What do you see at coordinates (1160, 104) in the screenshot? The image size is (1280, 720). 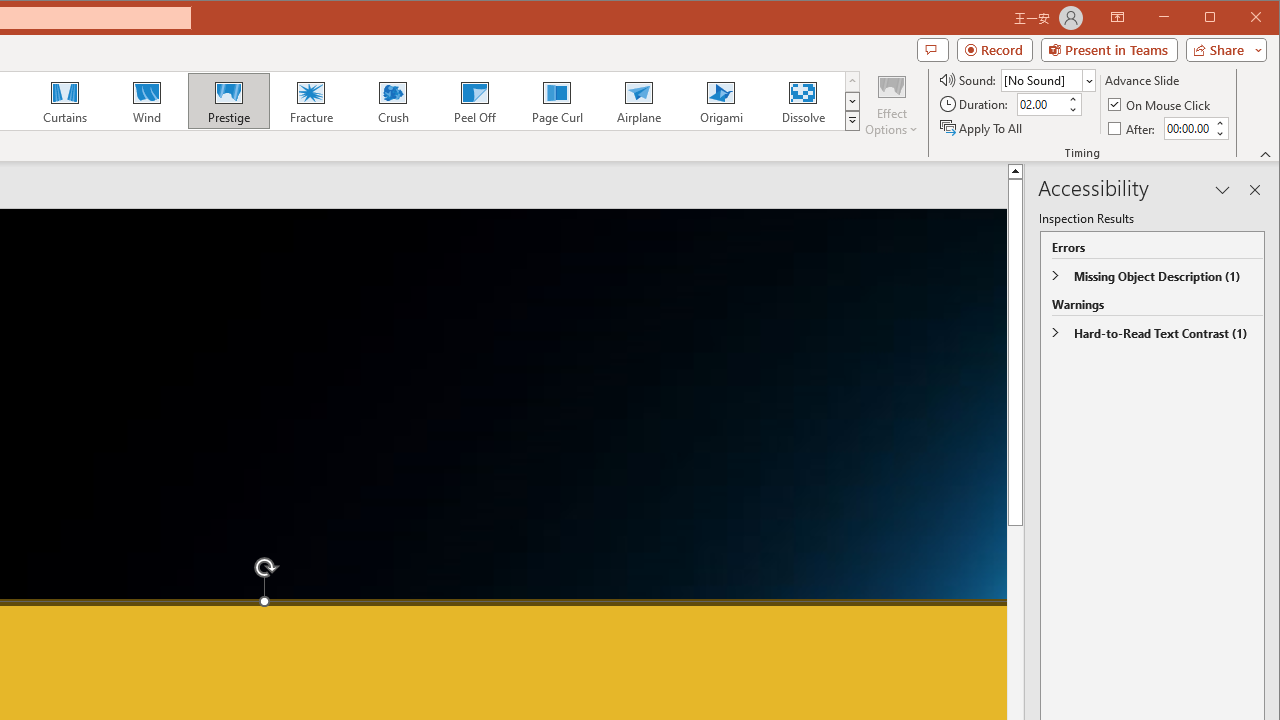 I see `'On Mouse Click'` at bounding box center [1160, 104].